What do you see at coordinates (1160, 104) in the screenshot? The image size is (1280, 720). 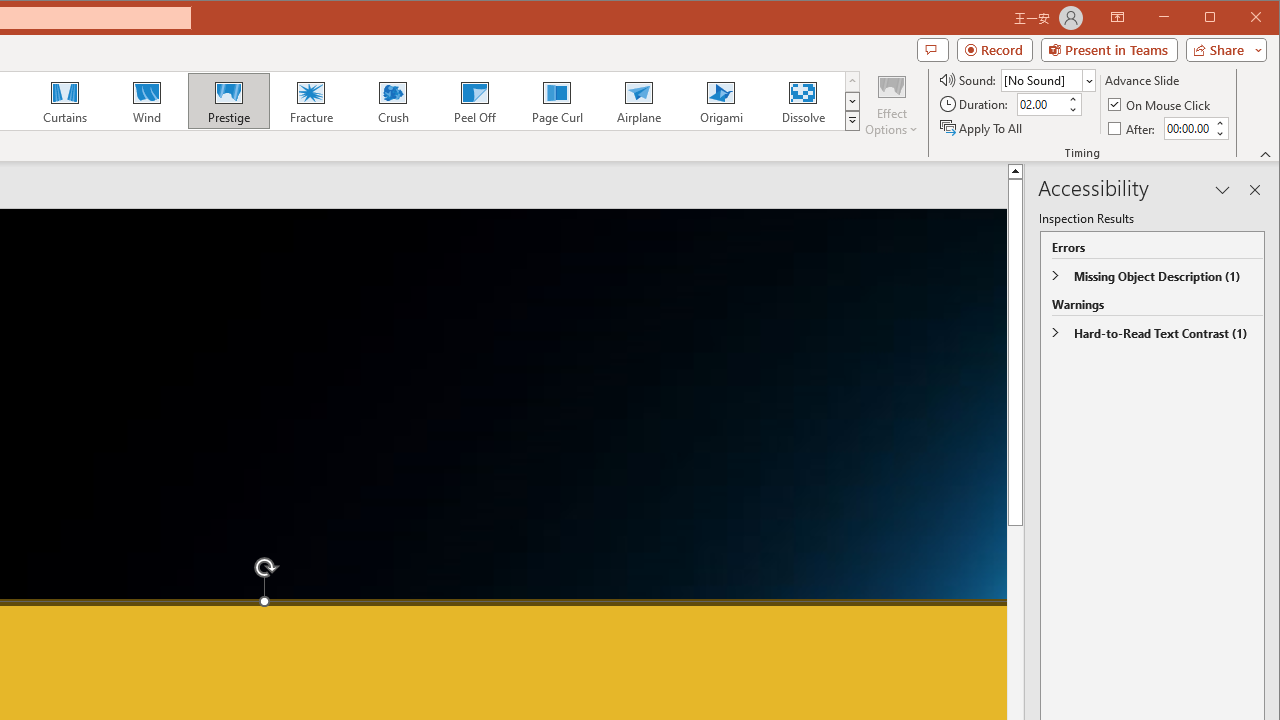 I see `'On Mouse Click'` at bounding box center [1160, 104].